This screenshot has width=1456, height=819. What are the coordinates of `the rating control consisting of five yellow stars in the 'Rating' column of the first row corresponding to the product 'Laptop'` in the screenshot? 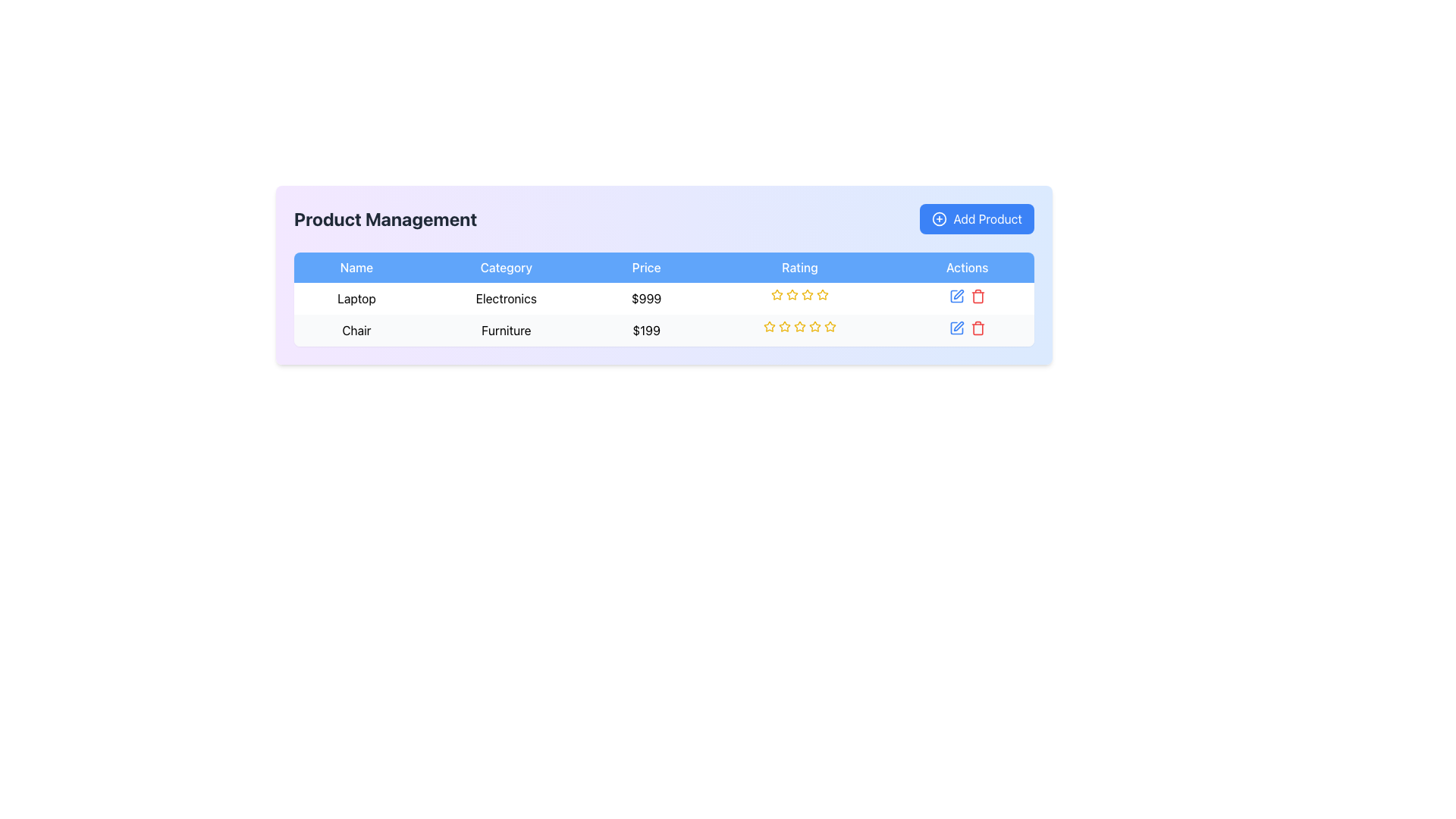 It's located at (799, 295).